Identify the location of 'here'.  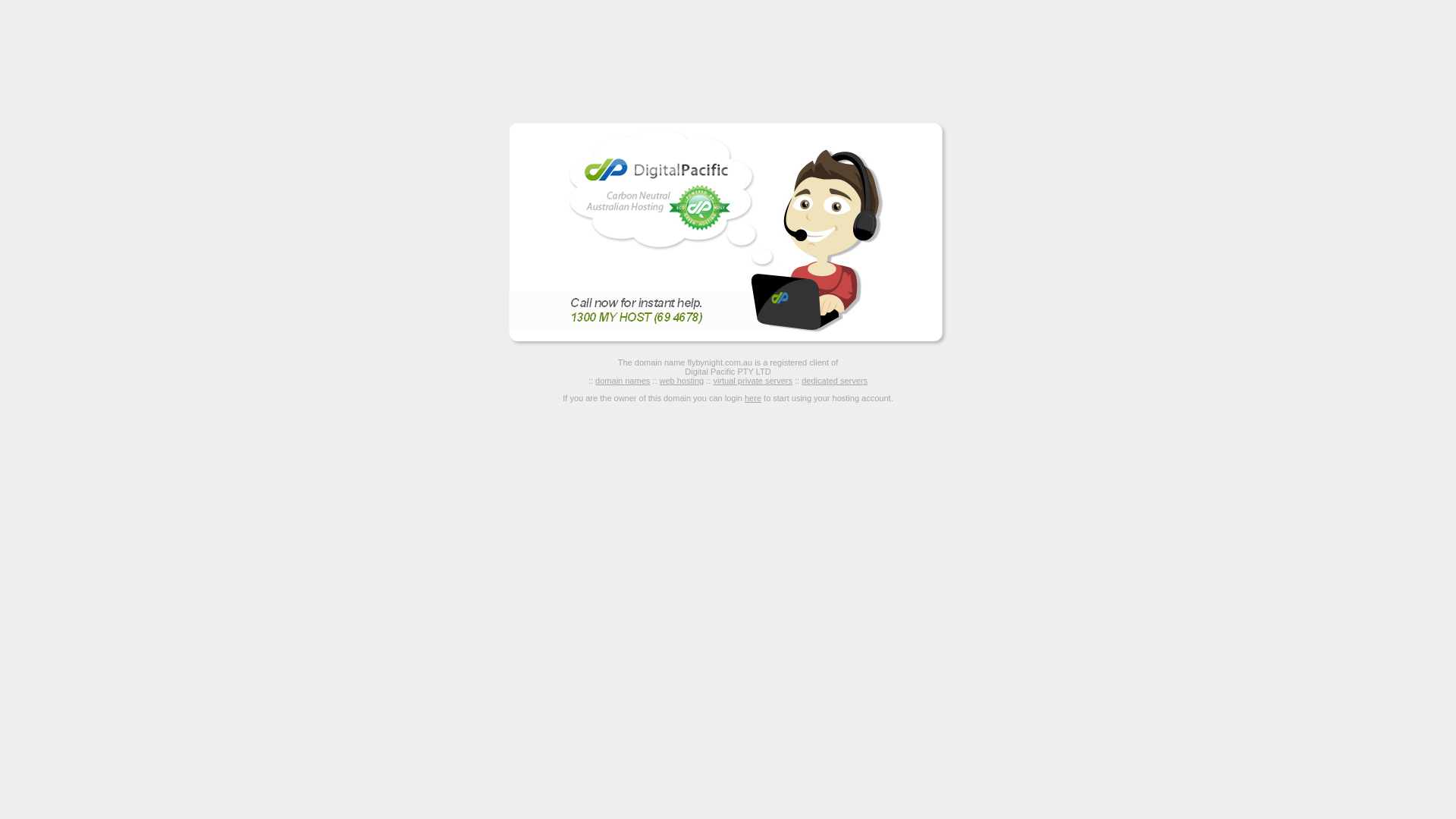
(753, 397).